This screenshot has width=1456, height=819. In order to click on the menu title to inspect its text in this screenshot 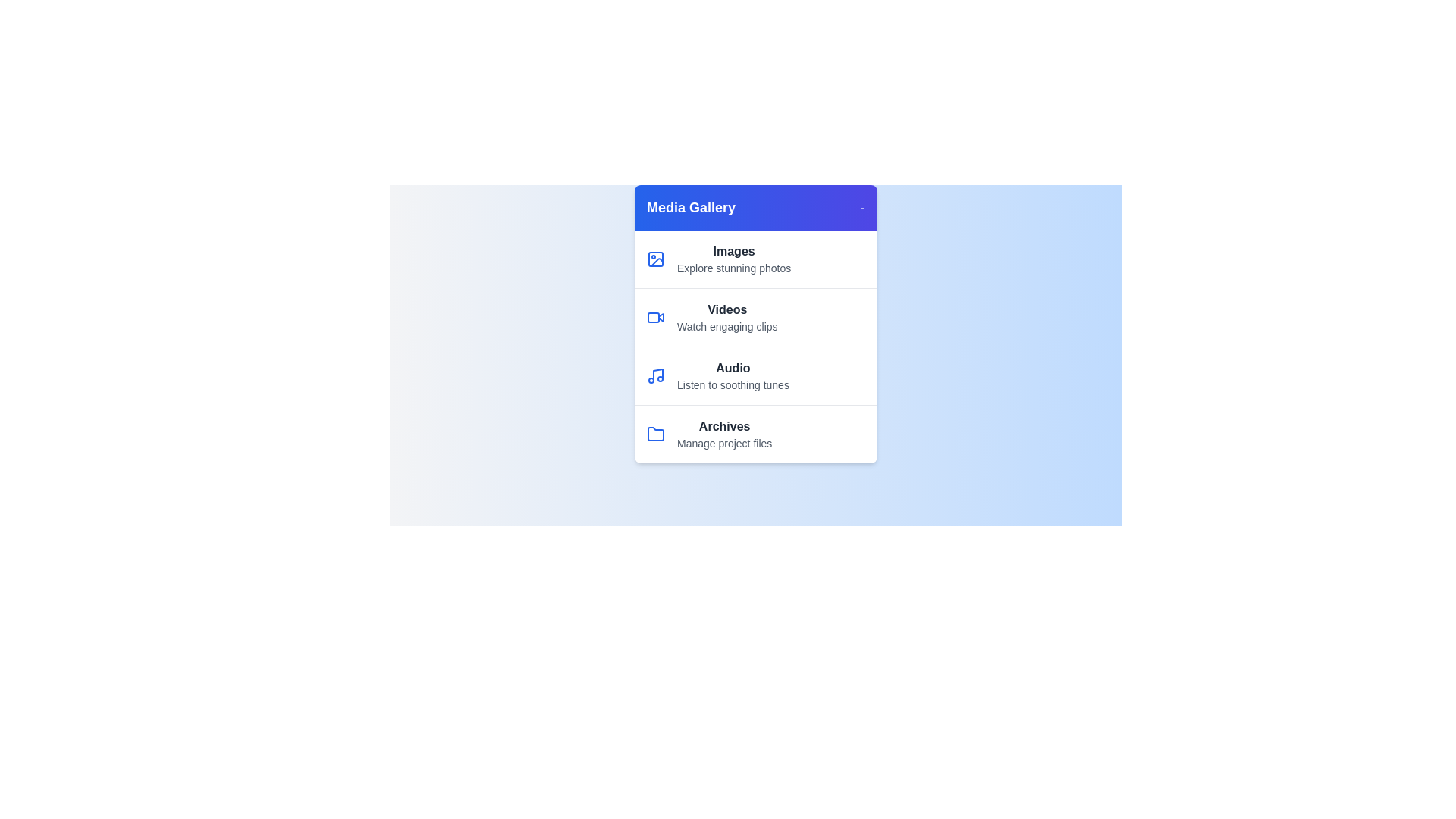, I will do `click(690, 207)`.